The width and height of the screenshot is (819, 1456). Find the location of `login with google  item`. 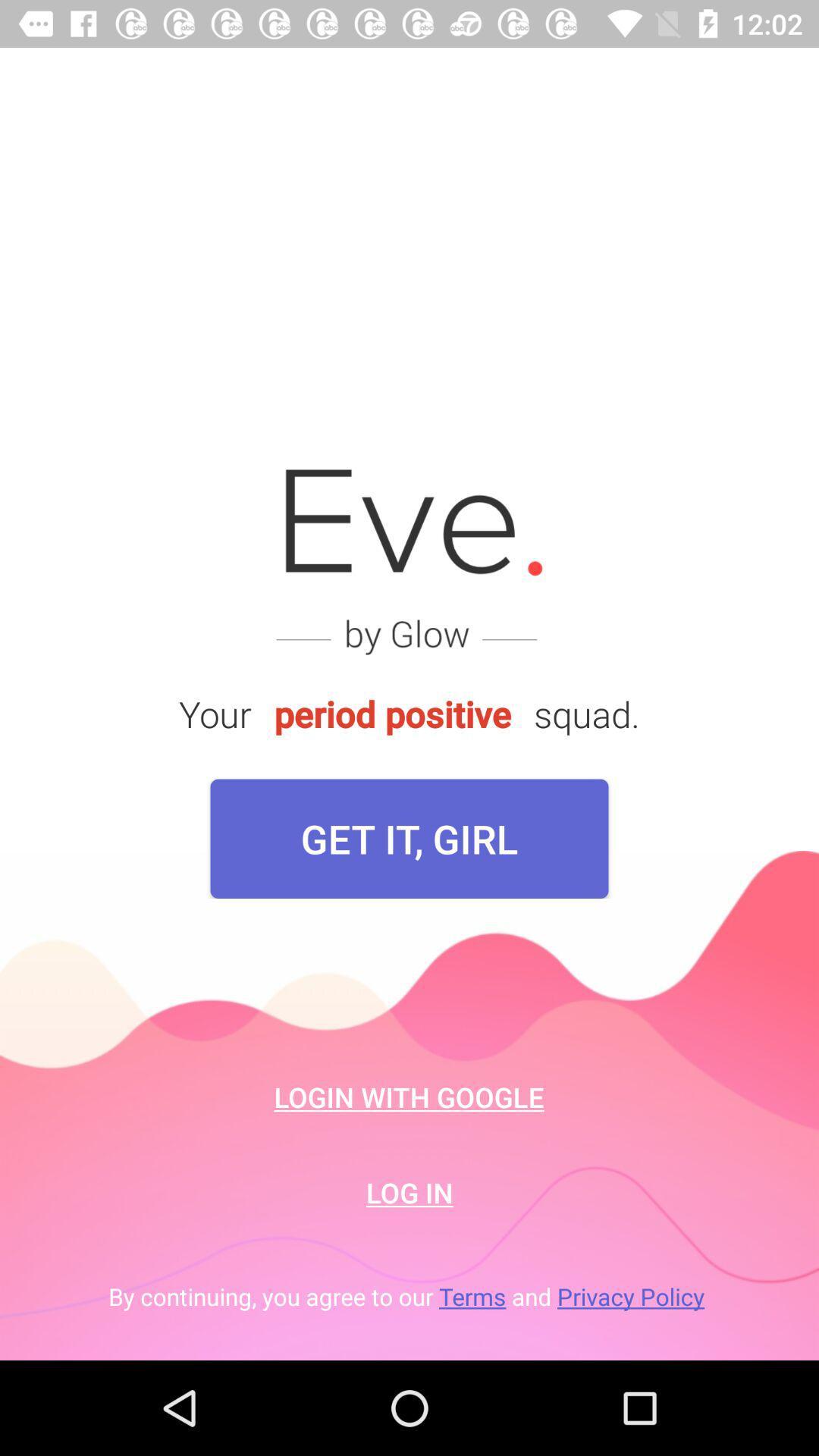

login with google  item is located at coordinates (408, 1097).